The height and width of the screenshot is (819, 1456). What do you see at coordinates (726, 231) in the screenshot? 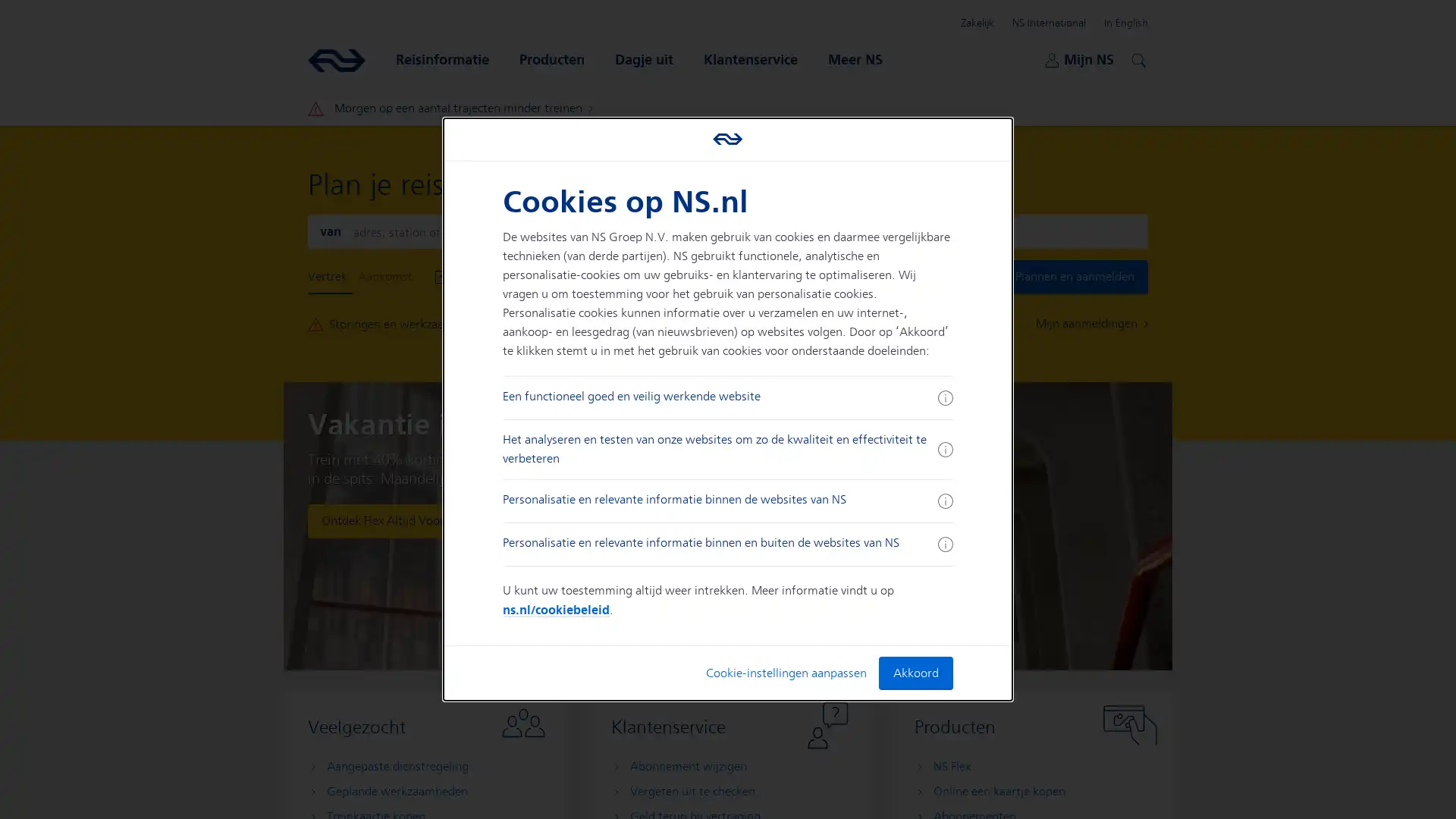
I see `Wissel aankomst en vertrek locaties om` at bounding box center [726, 231].